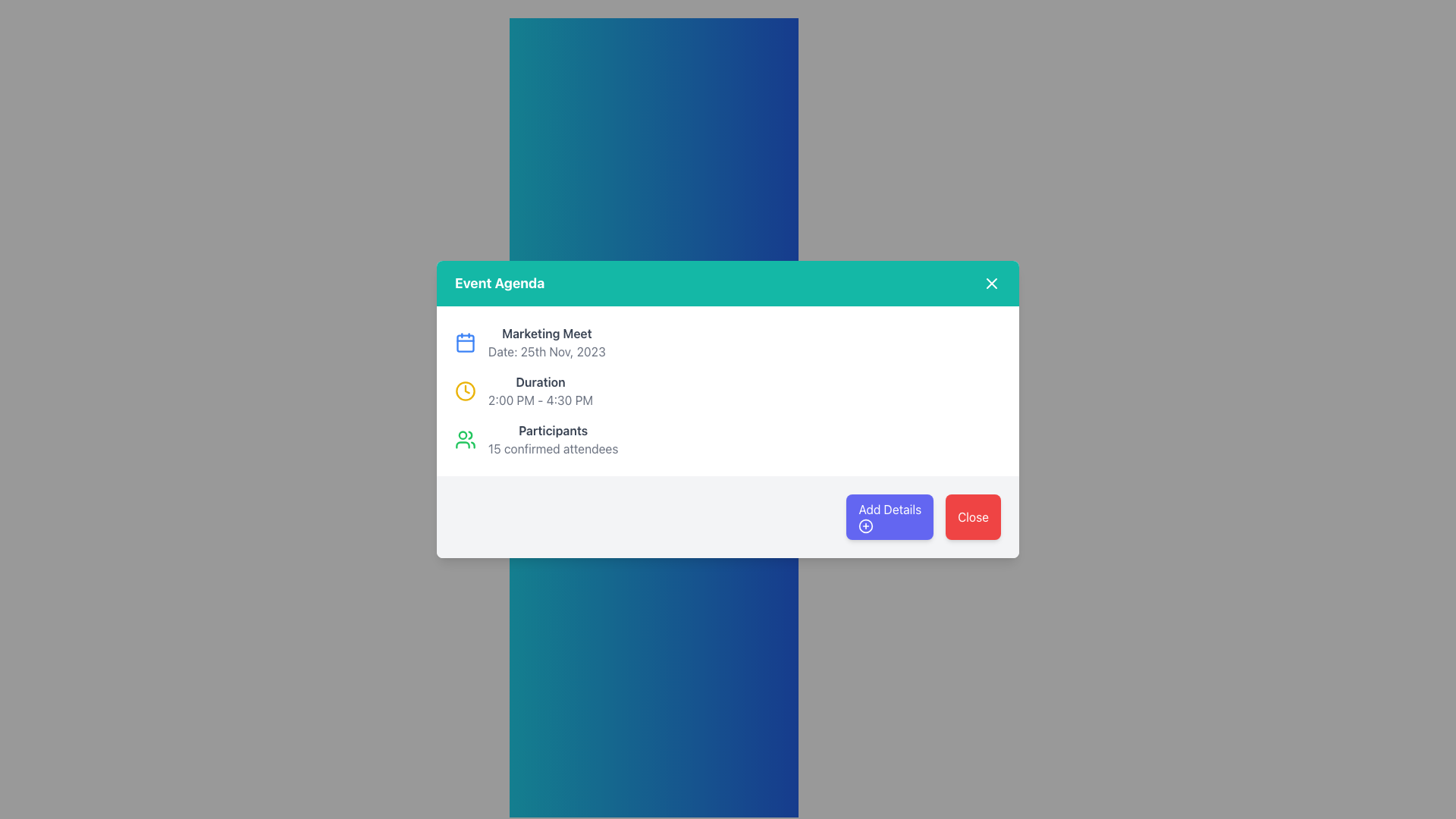 This screenshot has height=819, width=1456. I want to click on the green user group icon located next to the text 'Participants' in the third row, aligned vertically in the middle, so click(465, 439).